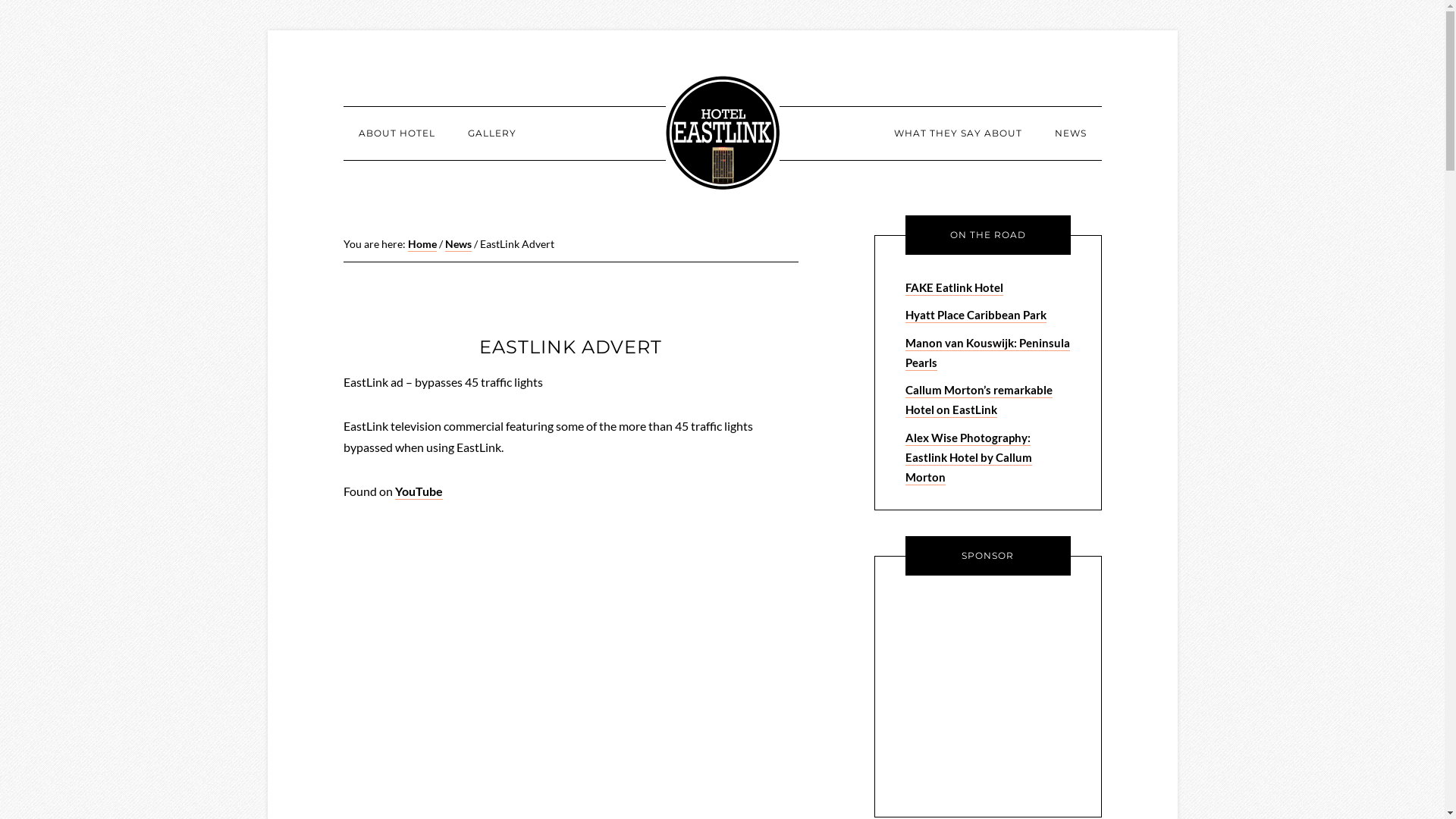 Image resolution: width=1456 pixels, height=819 pixels. What do you see at coordinates (491, 133) in the screenshot?
I see `'GALLERY'` at bounding box center [491, 133].